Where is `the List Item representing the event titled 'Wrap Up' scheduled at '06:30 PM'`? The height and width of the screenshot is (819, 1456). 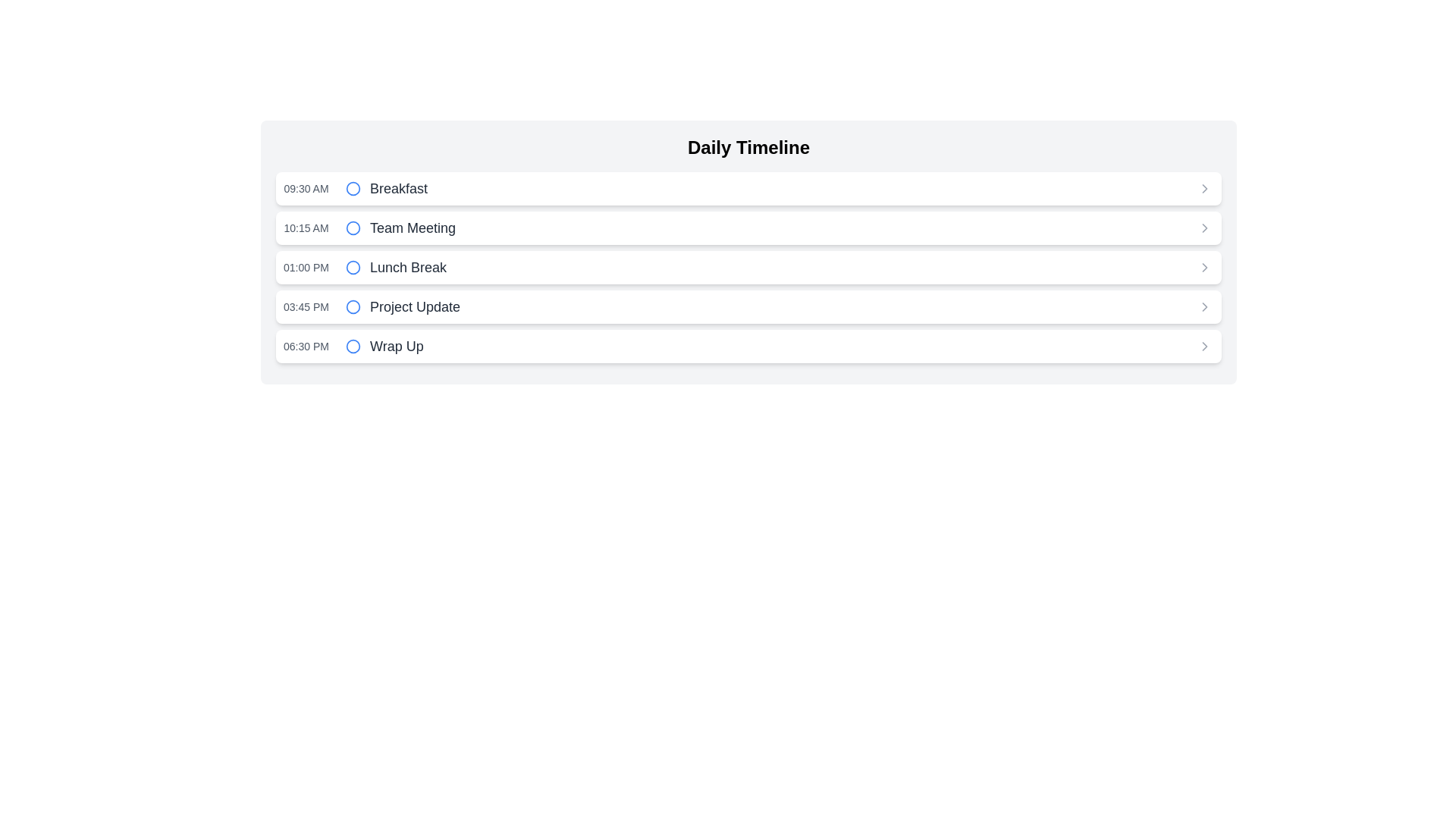
the List Item representing the event titled 'Wrap Up' scheduled at '06:30 PM' is located at coordinates (748, 346).